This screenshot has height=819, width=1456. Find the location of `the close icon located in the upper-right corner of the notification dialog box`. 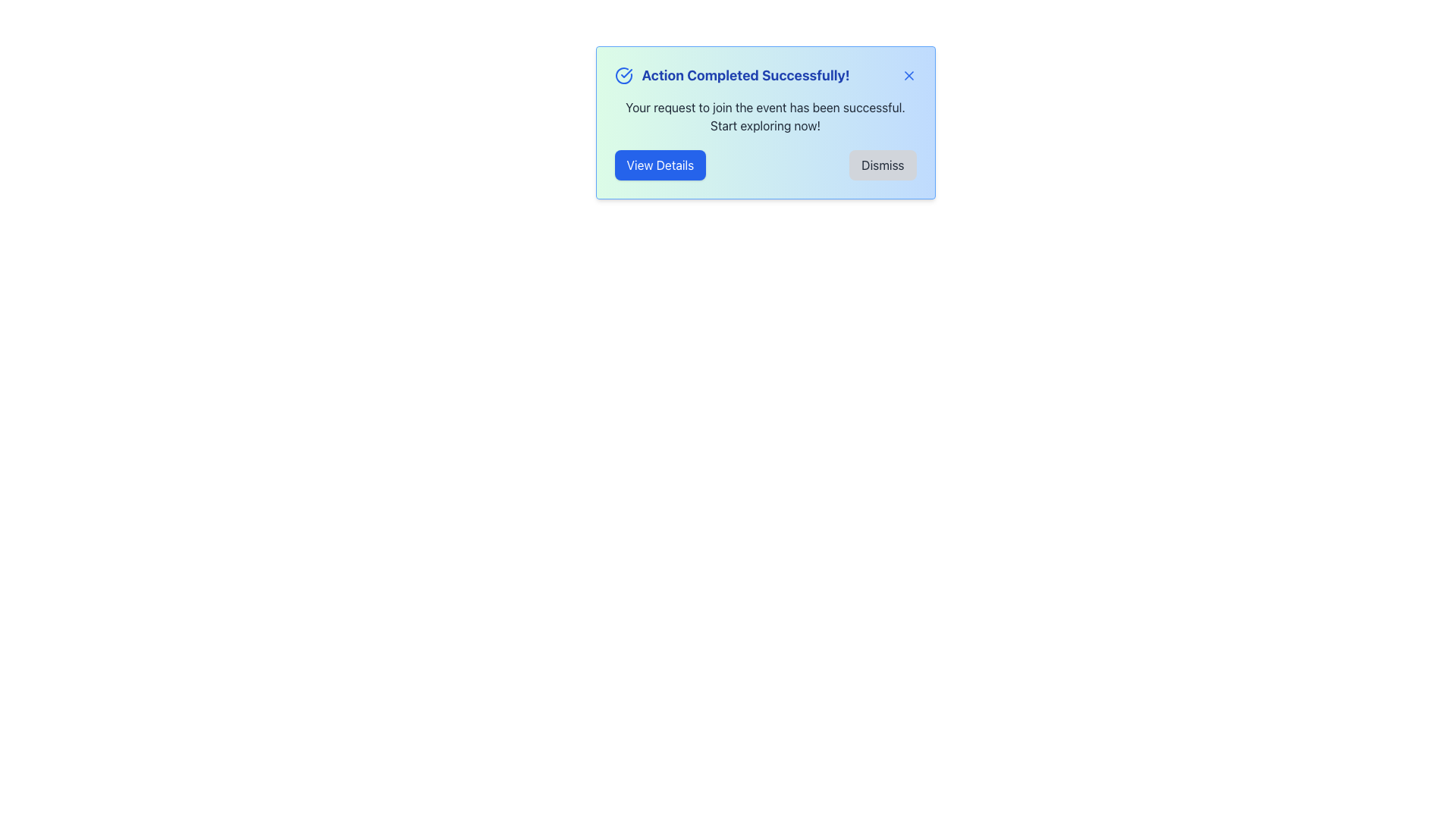

the close icon located in the upper-right corner of the notification dialog box is located at coordinates (908, 76).